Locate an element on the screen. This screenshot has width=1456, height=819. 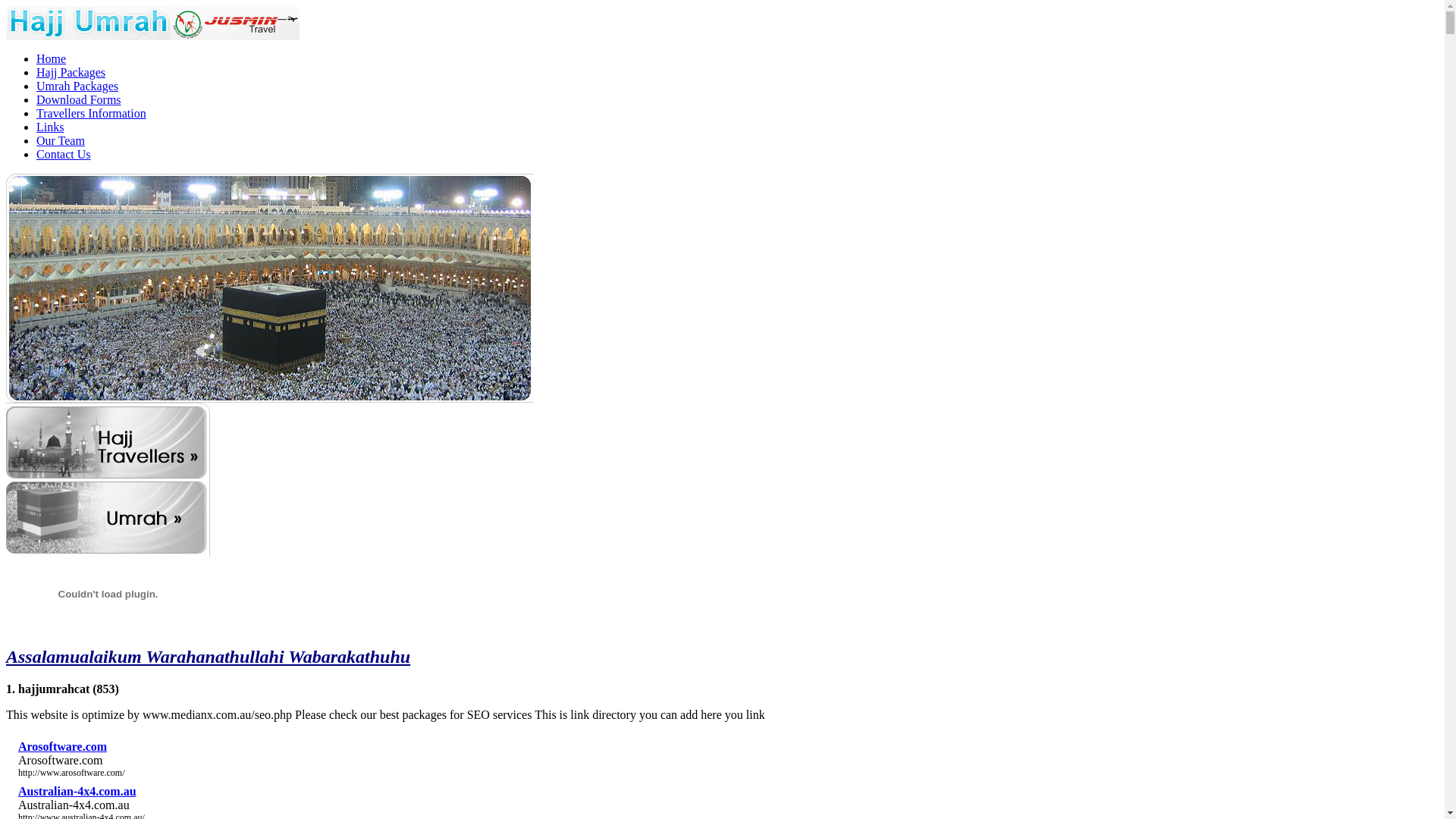
'Sound' is located at coordinates (107, 593).